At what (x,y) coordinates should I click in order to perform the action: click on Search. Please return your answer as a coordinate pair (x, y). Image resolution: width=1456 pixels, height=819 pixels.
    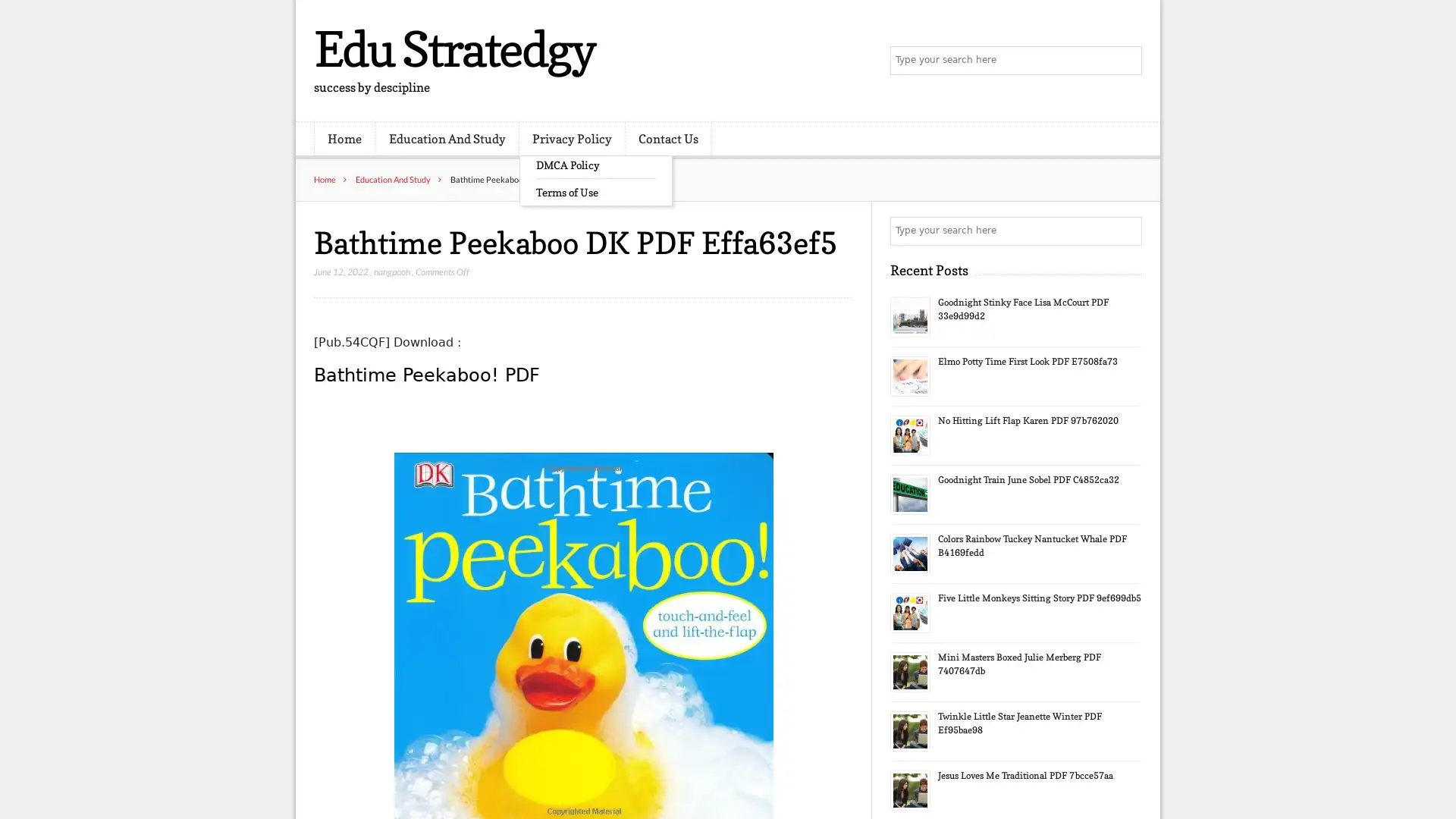
    Looking at the image, I should click on (1126, 231).